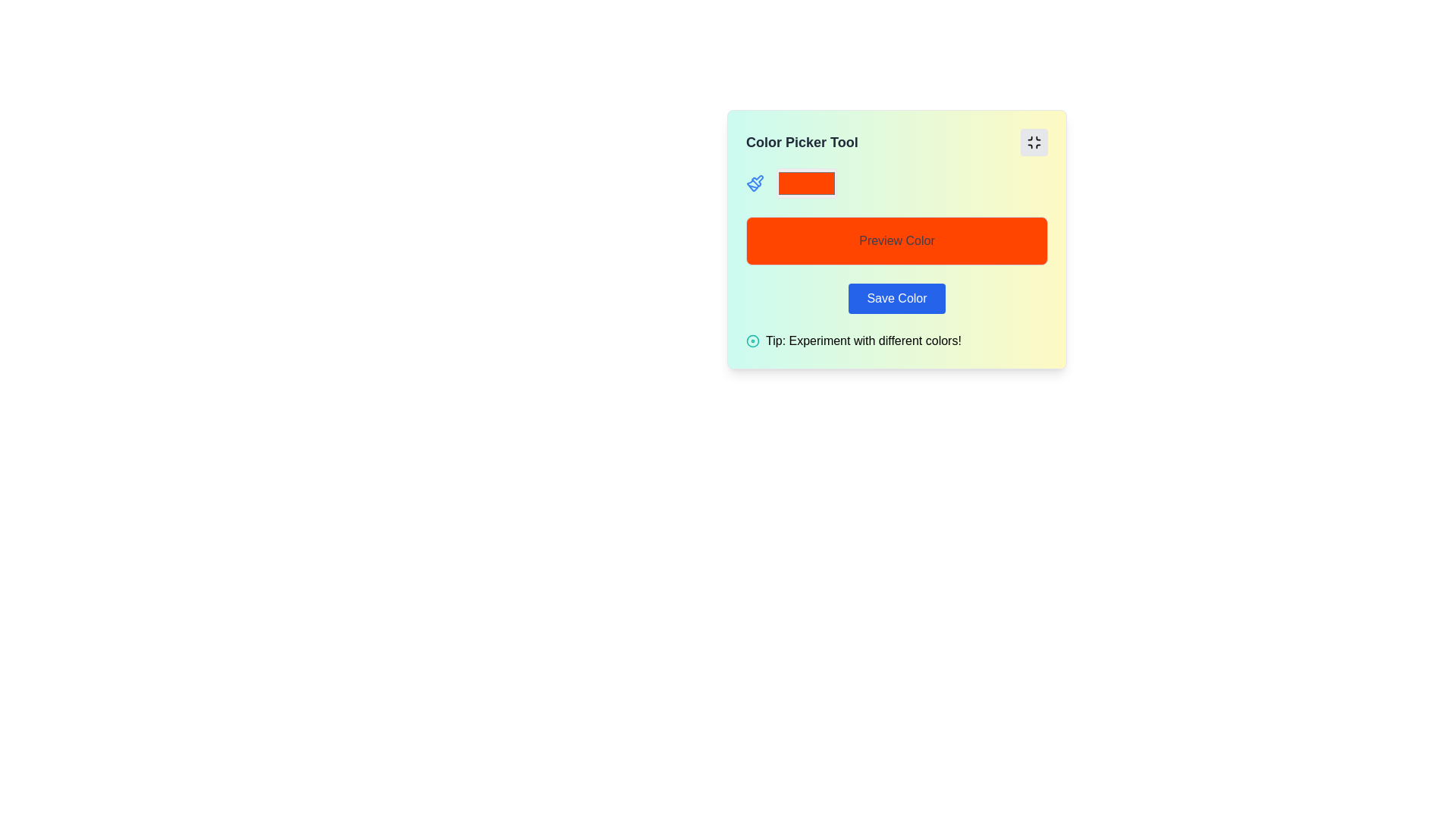 The width and height of the screenshot is (1456, 819). Describe the element at coordinates (1033, 143) in the screenshot. I see `the minimize button located in the top-right corner of the interface to minimize the UI component` at that location.